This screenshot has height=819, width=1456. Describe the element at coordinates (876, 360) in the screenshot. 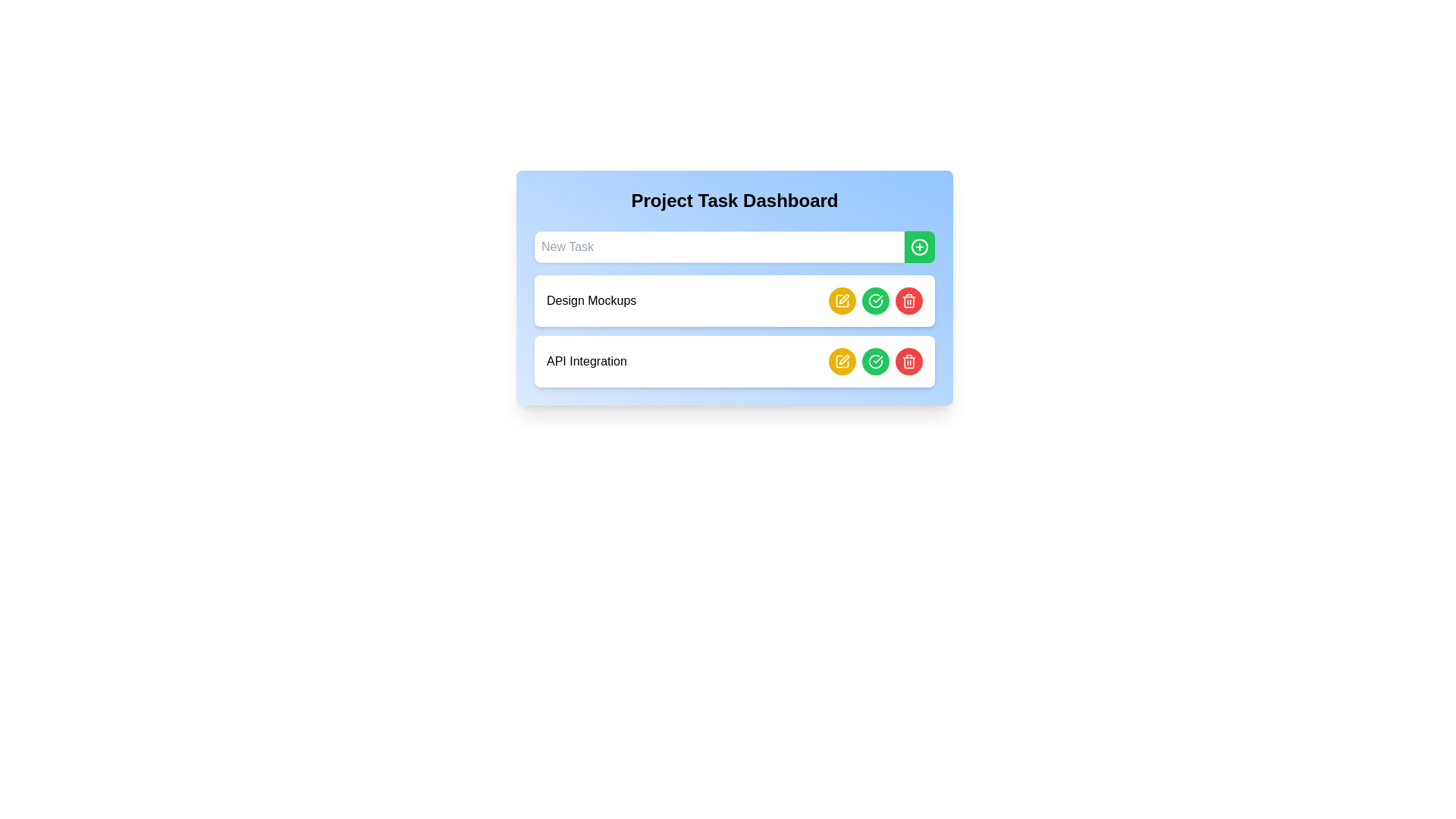

I see `the checkmark icon within the circular green button to confirm completion of the task` at that location.